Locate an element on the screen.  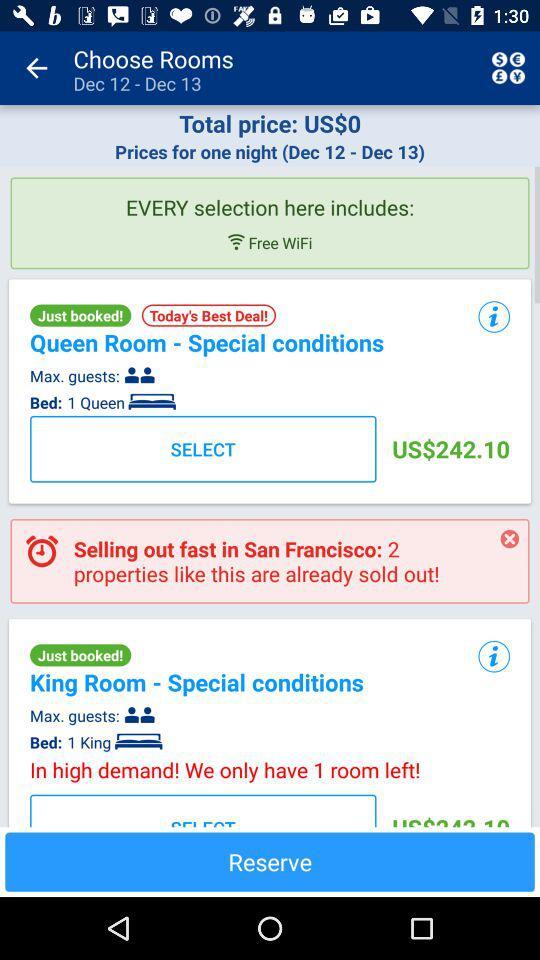
the icon above the us$242.10 is located at coordinates (493, 656).